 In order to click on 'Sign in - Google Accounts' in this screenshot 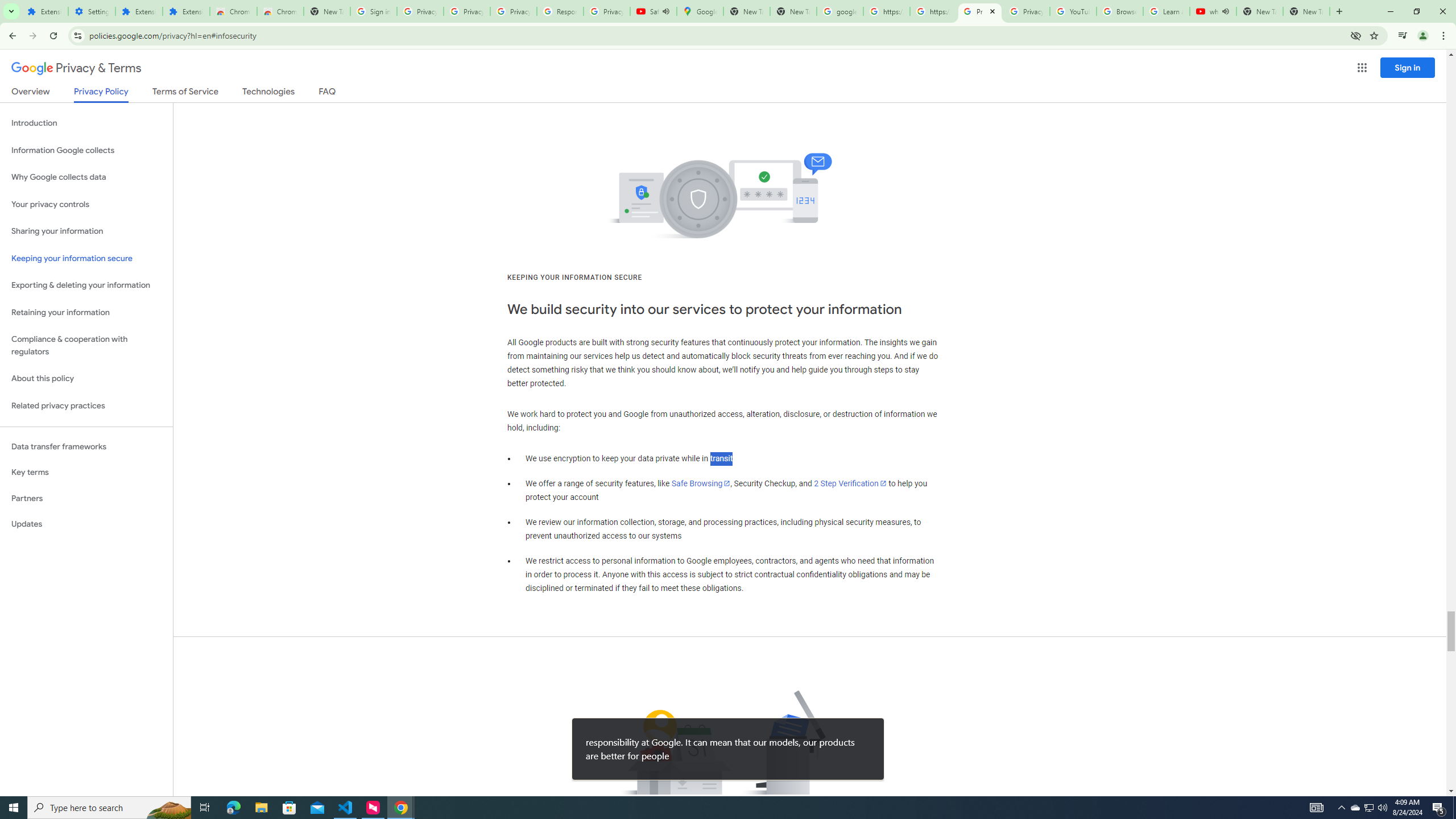, I will do `click(373, 11)`.